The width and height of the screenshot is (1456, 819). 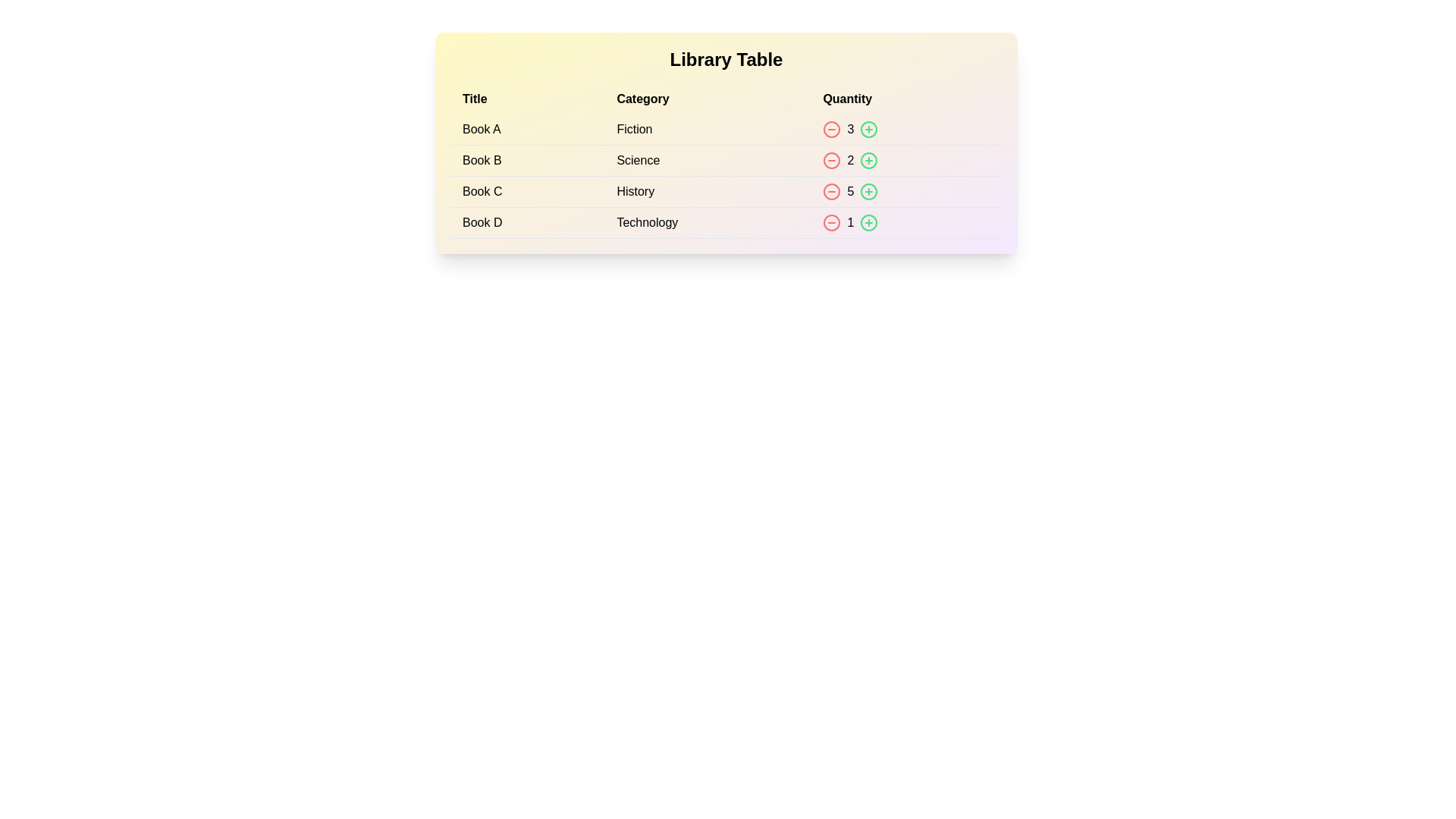 What do you see at coordinates (831, 191) in the screenshot?
I see `red minus button next to the book titled 'Book C' to decrease its quantity` at bounding box center [831, 191].